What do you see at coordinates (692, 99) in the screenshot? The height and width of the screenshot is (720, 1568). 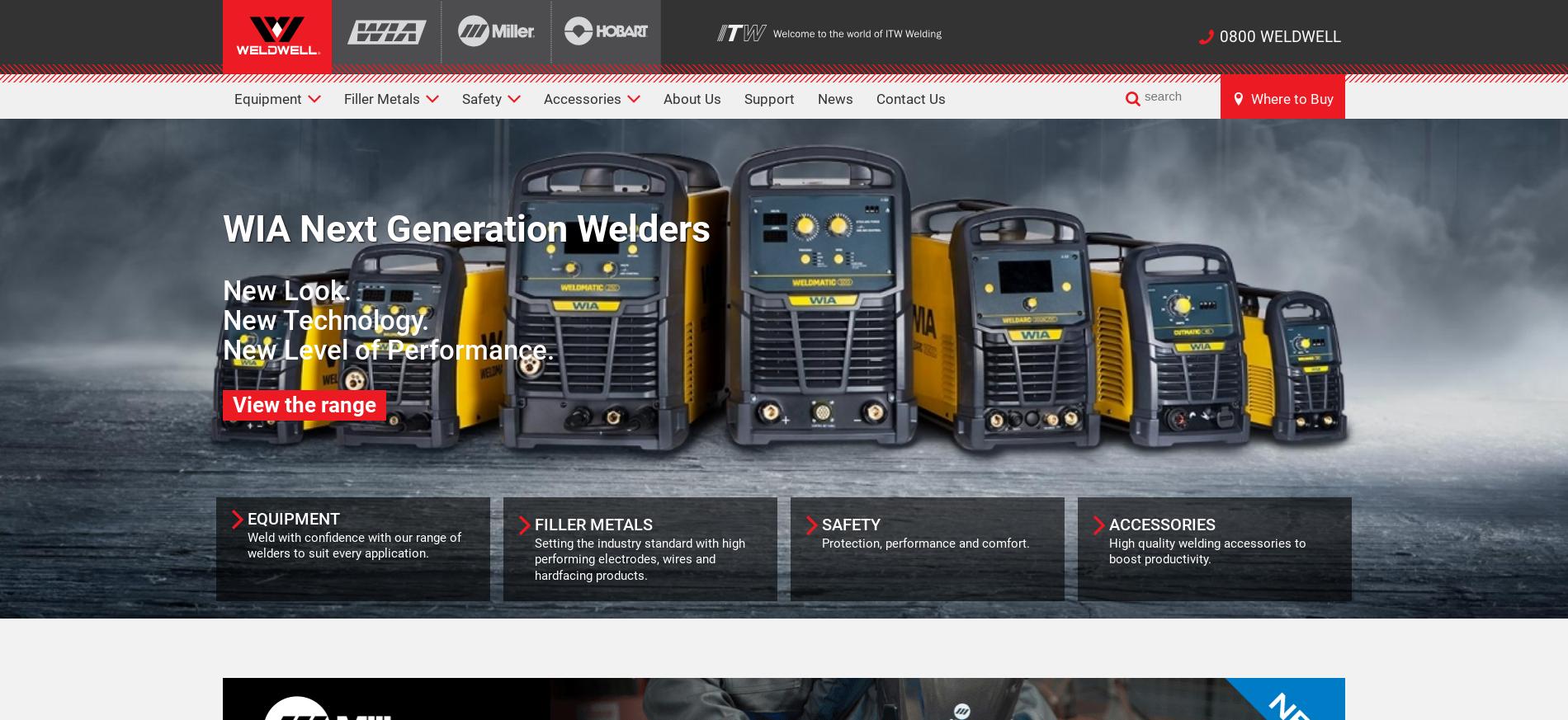 I see `'About Us'` at bounding box center [692, 99].